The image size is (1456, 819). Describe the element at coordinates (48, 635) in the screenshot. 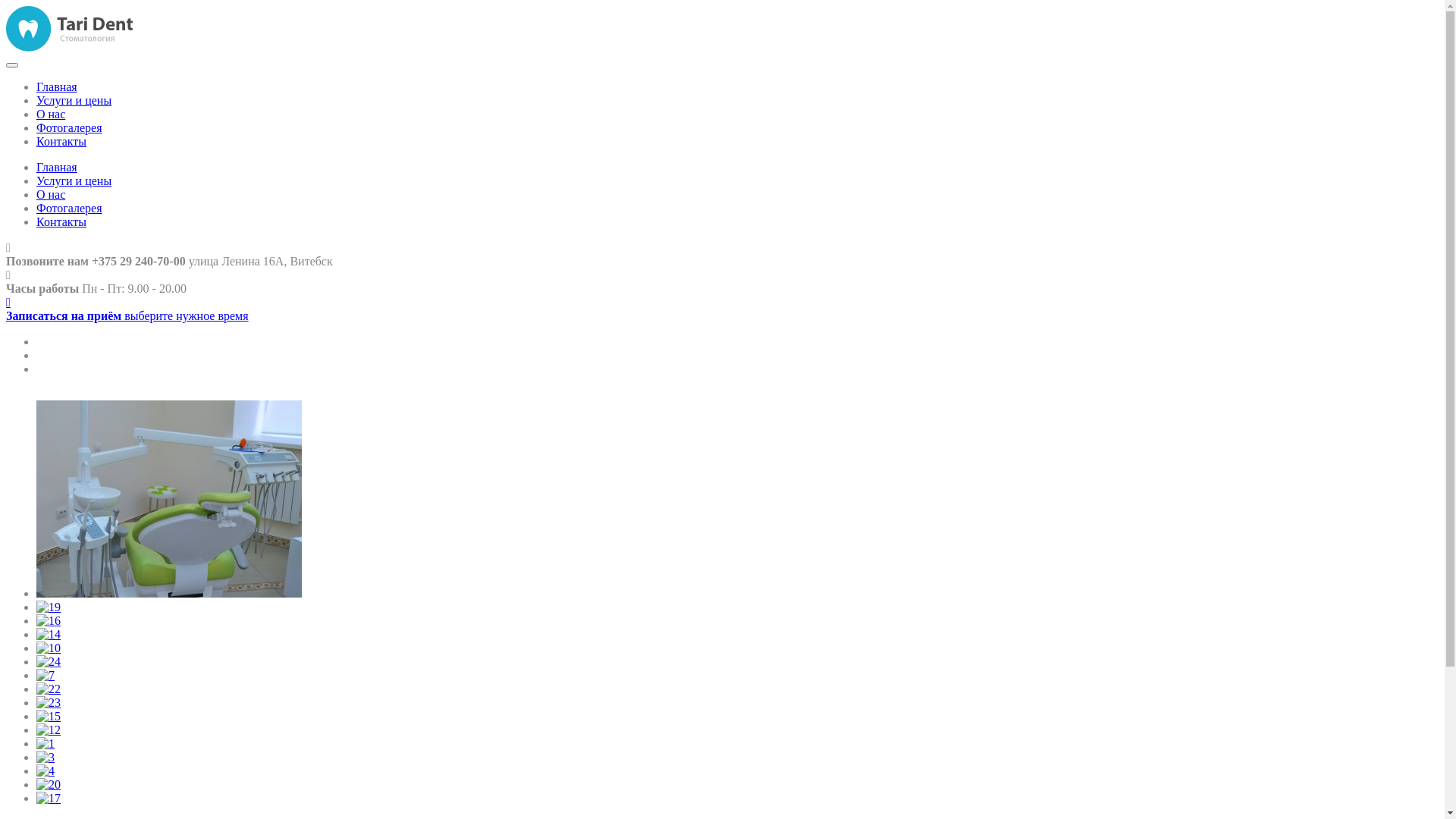

I see `'14'` at that location.